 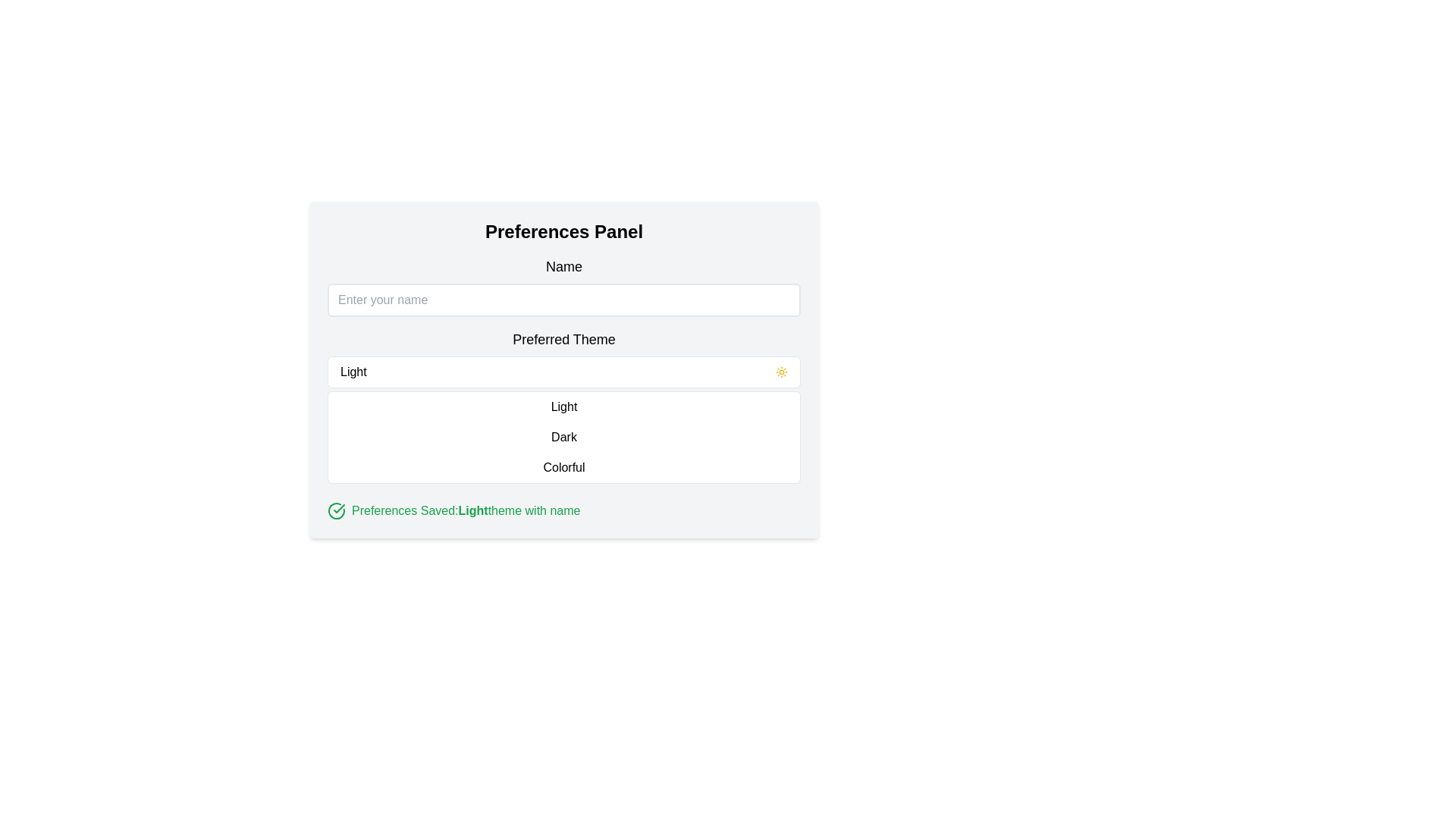 I want to click on the second option in the selectable list, so click(x=563, y=438).